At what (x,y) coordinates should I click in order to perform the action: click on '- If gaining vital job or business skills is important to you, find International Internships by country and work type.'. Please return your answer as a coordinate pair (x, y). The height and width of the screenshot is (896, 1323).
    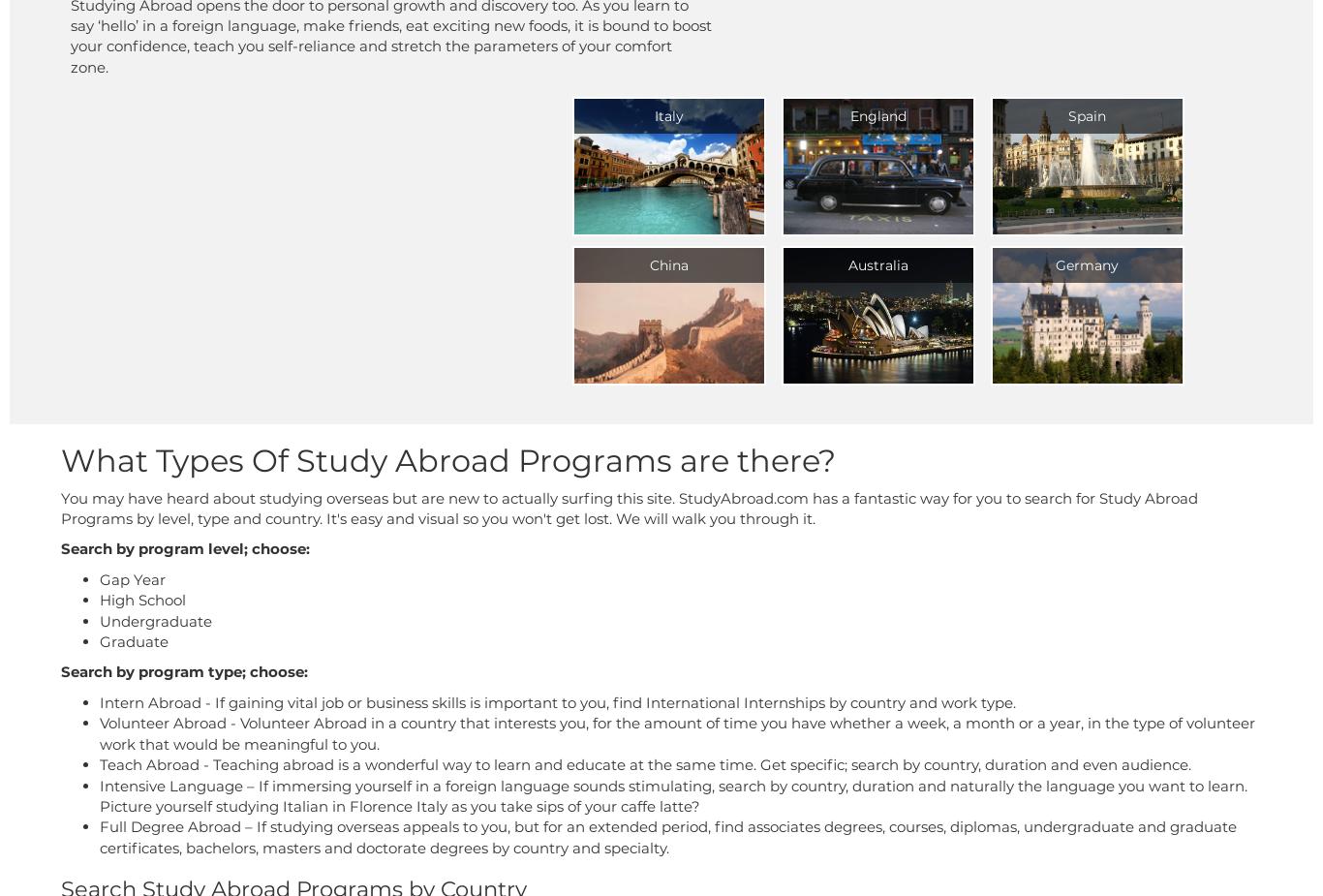
    Looking at the image, I should click on (200, 701).